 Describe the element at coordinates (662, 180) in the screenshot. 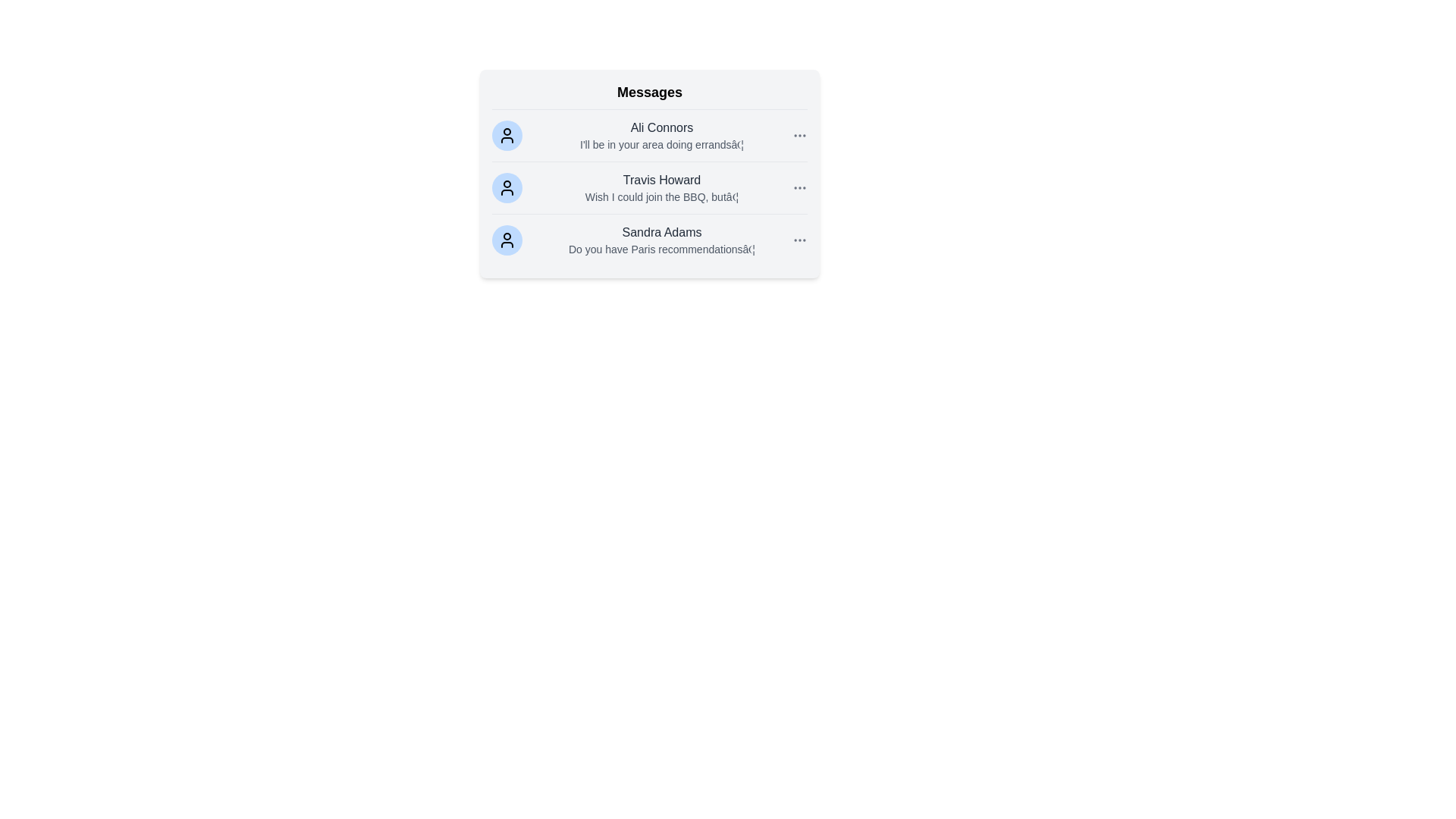

I see `text label displaying the name 'Travis Howard', which is located in the center of the layout's middle section above the message preview text` at that location.